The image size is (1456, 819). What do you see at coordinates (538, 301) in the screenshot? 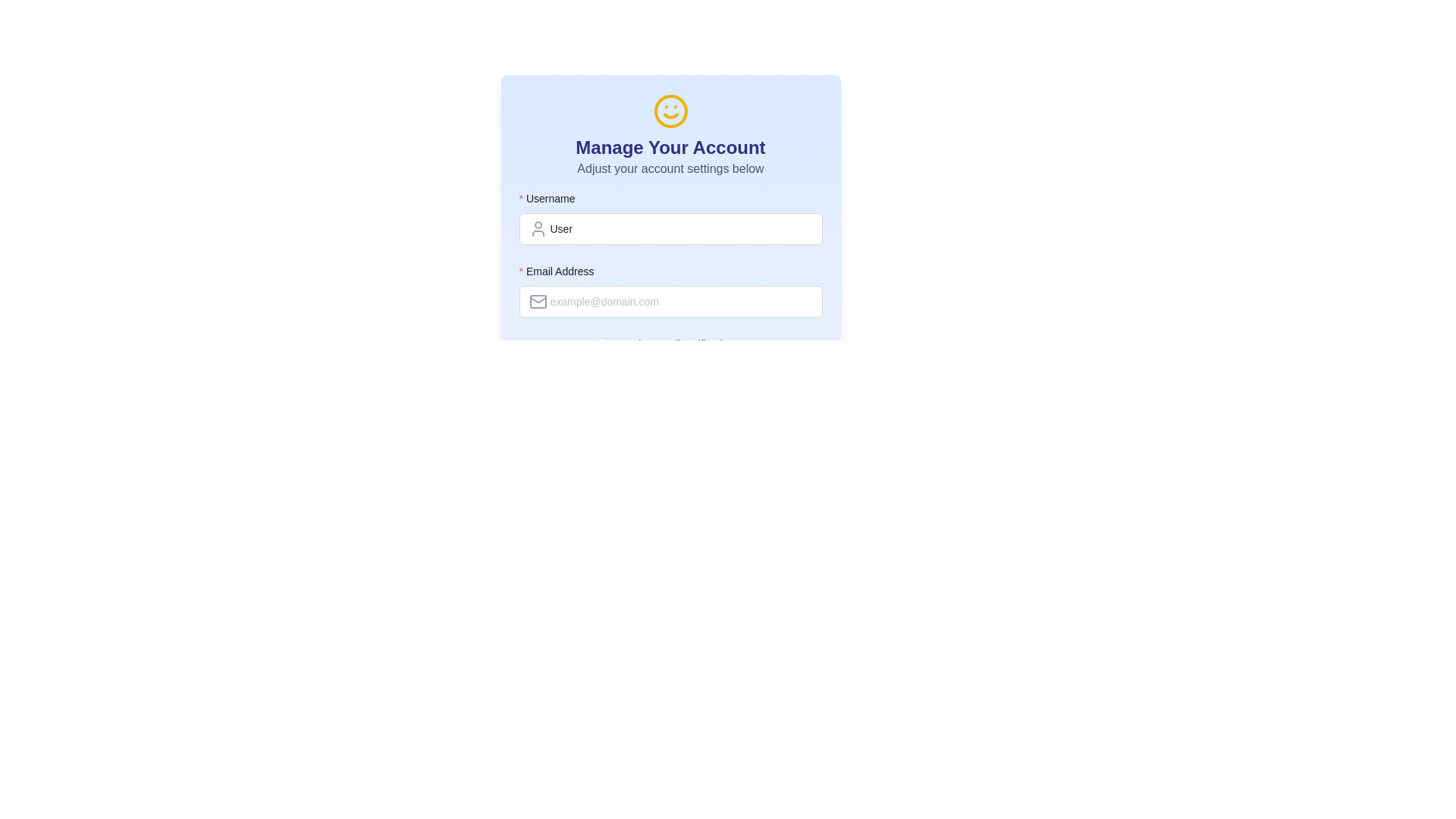
I see `the visual icon for the email address input field, located on the left side of the Email Address input field in the 'Manage Your Account' form interface` at bounding box center [538, 301].